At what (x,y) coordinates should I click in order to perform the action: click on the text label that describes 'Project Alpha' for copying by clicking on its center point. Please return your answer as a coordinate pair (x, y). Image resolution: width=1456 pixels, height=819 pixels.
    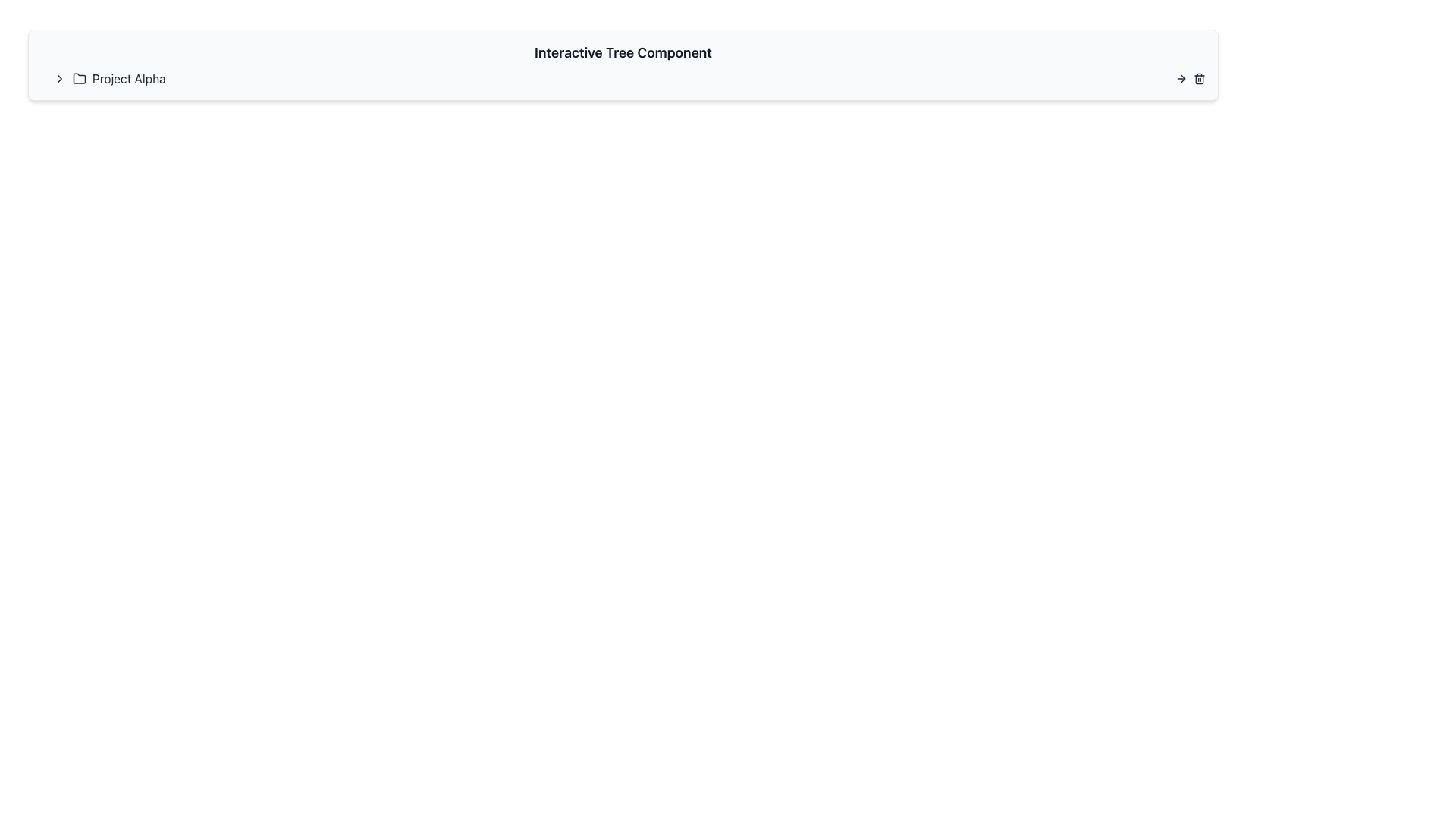
    Looking at the image, I should click on (129, 79).